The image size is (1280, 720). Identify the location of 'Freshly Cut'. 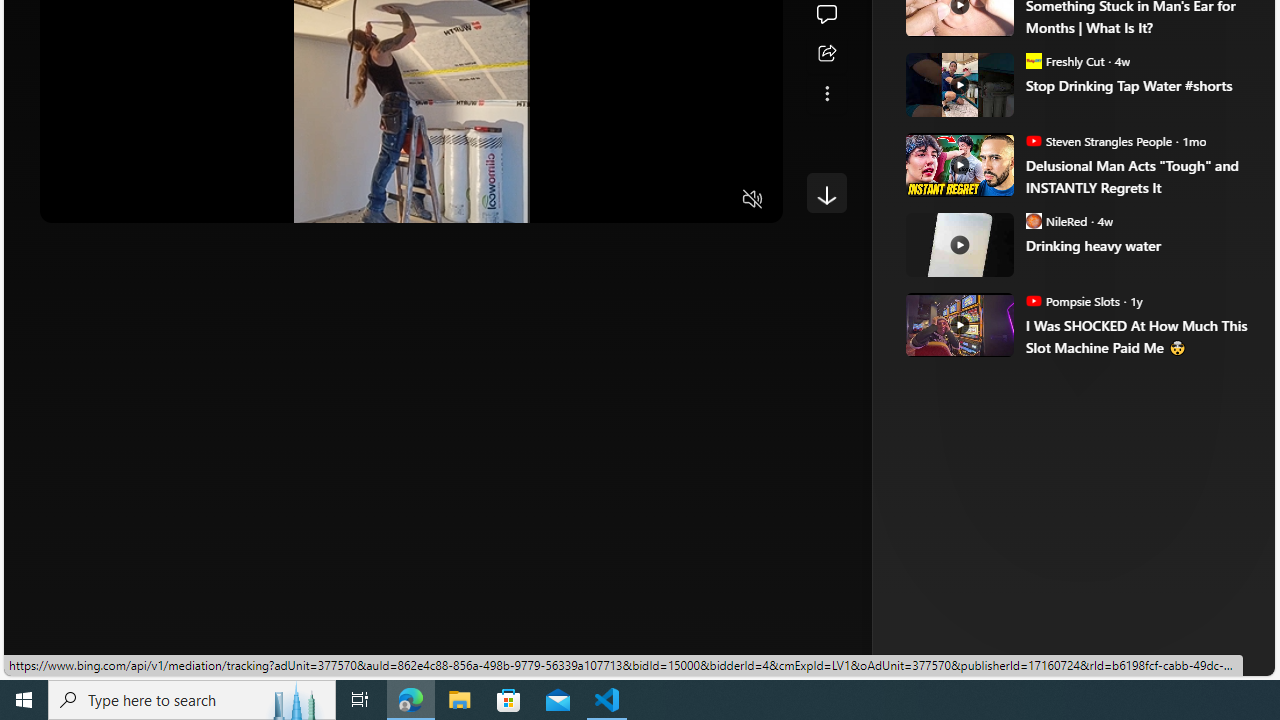
(1033, 59).